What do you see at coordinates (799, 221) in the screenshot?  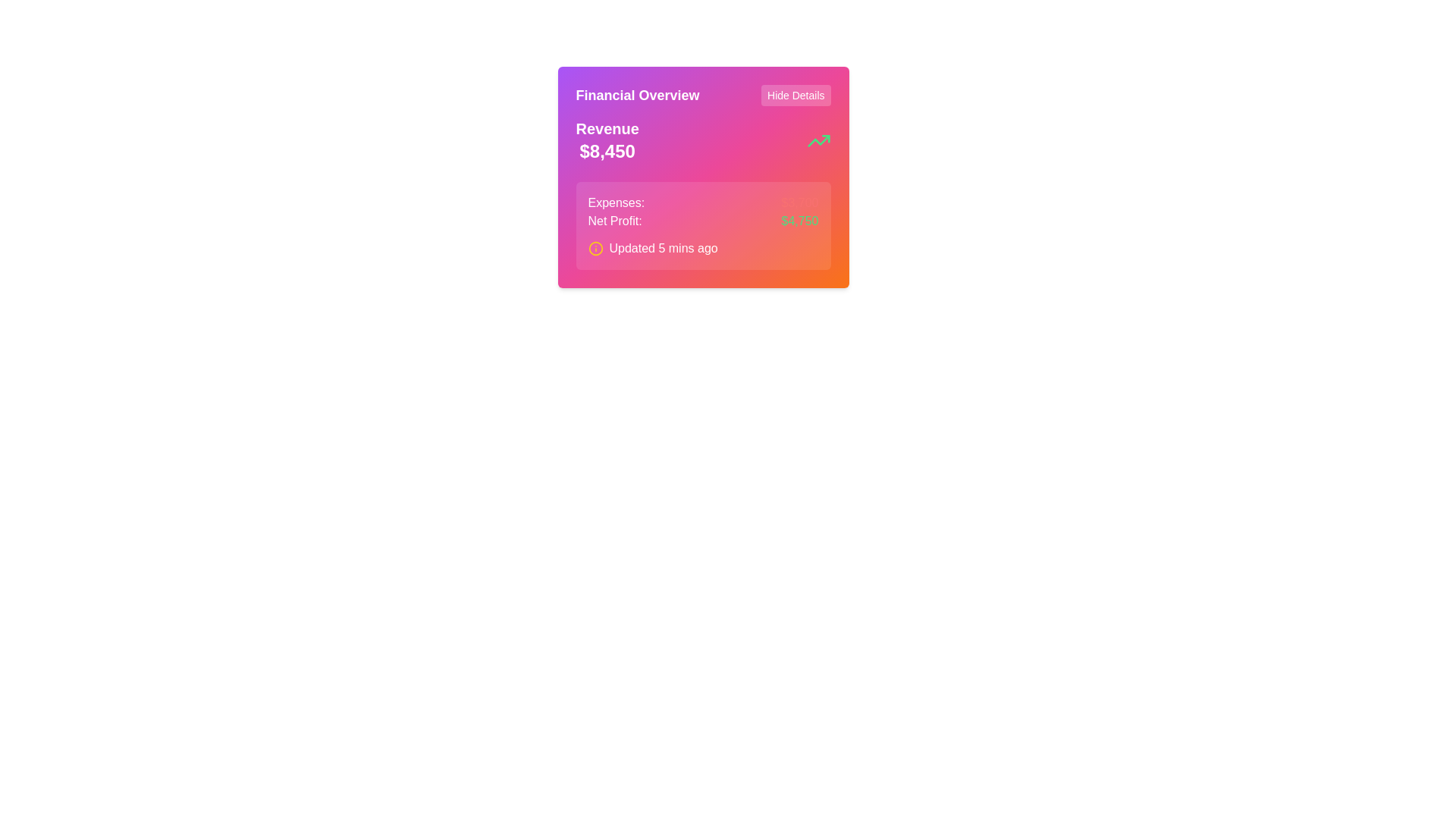 I see `the text display showing '$4,750' in bright green font, which is part of the 'Net Profit' section in the 'Financial Overview' card` at bounding box center [799, 221].